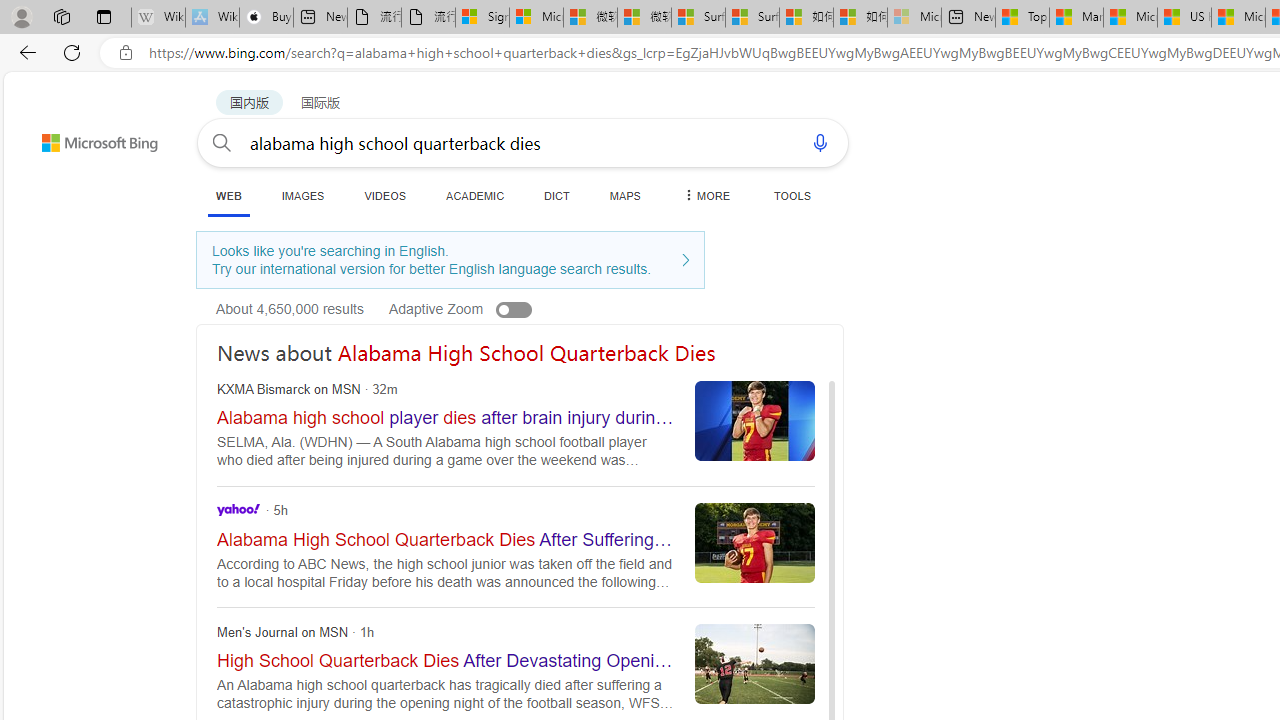 Image resolution: width=1280 pixels, height=720 pixels. Describe the element at coordinates (557, 195) in the screenshot. I see `'DICT'` at that location.